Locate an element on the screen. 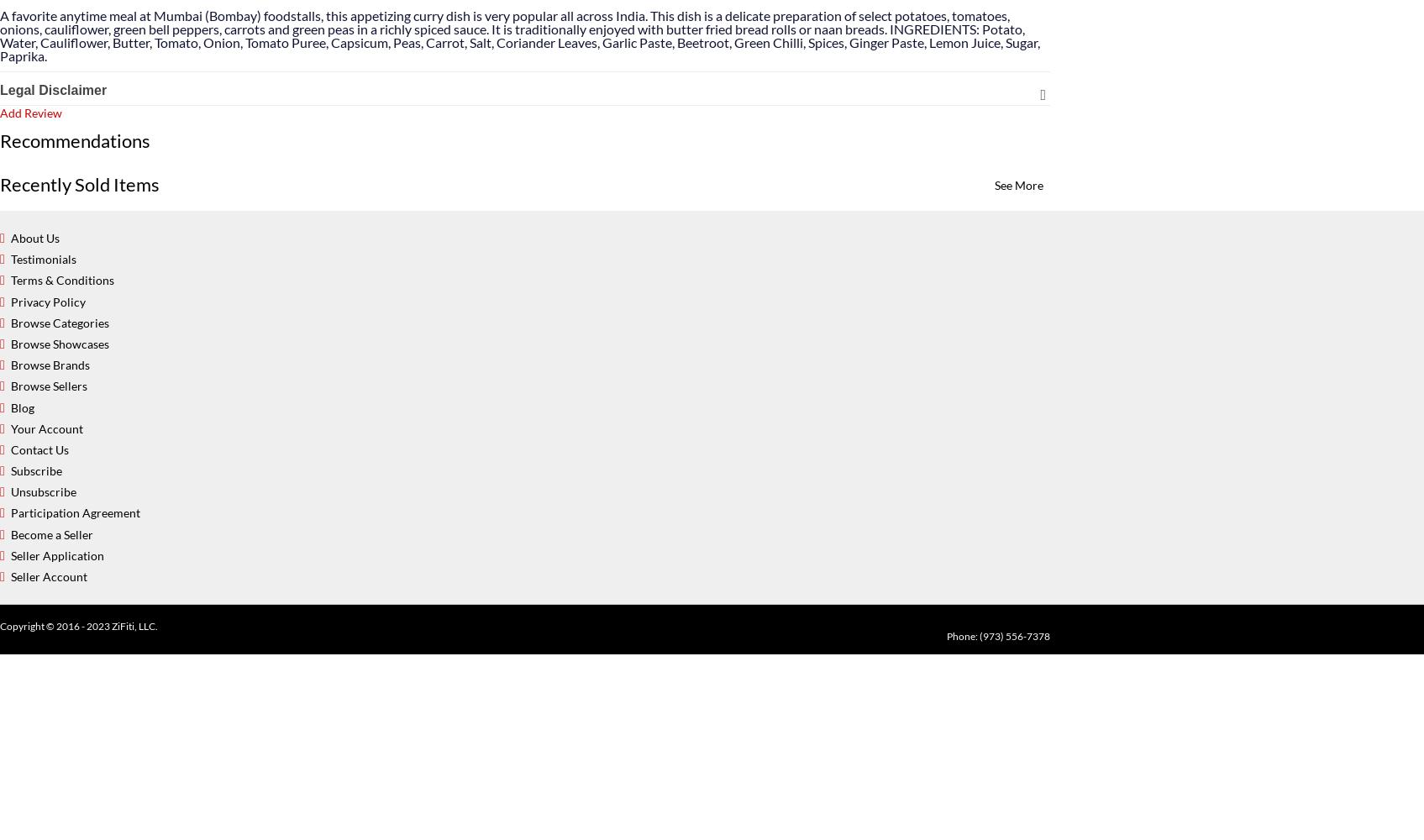 This screenshot has width=1424, height=840. 'Terms & Conditions' is located at coordinates (60, 279).